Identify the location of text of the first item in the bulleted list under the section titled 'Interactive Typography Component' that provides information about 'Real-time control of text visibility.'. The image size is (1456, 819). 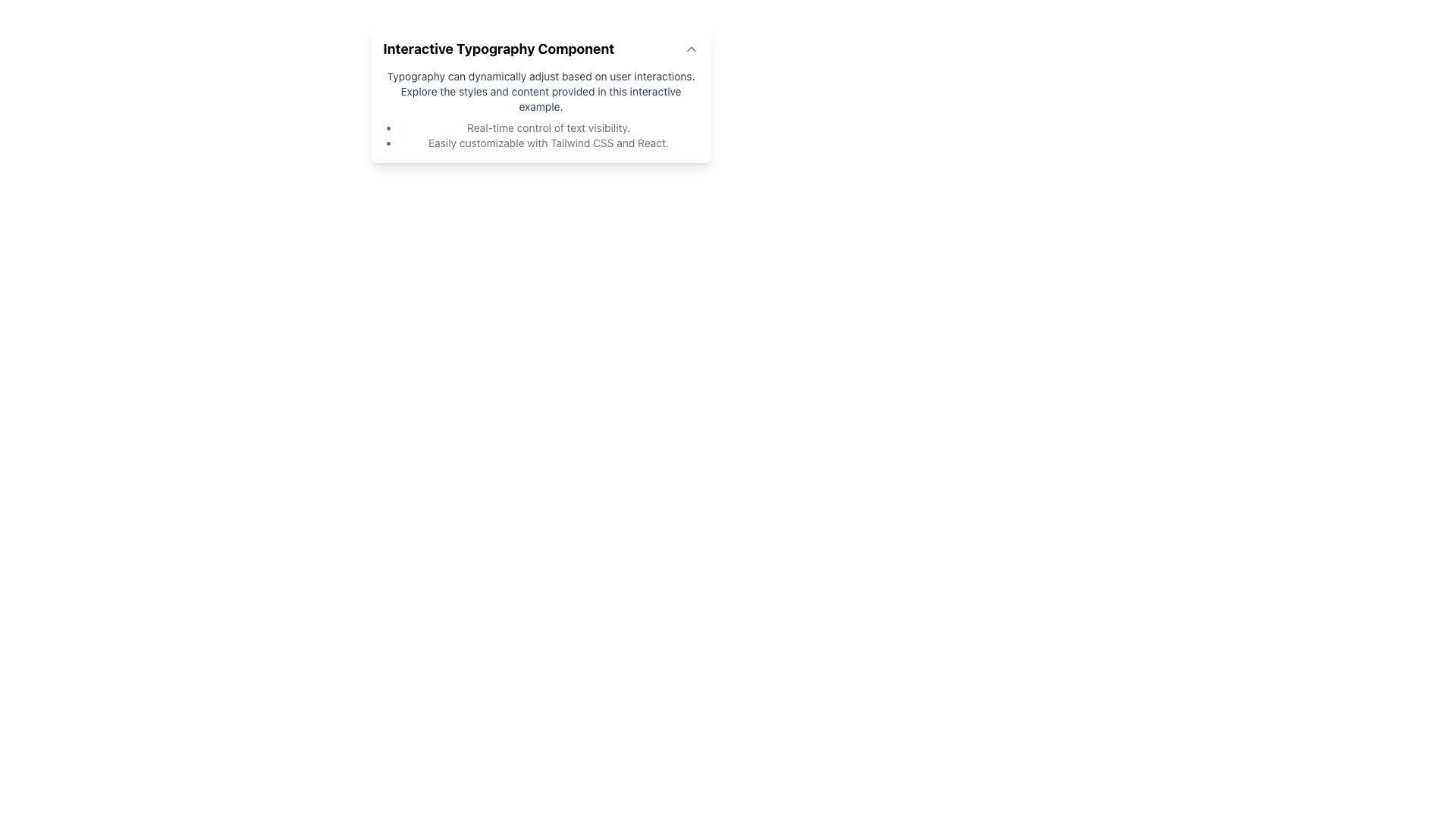
(548, 127).